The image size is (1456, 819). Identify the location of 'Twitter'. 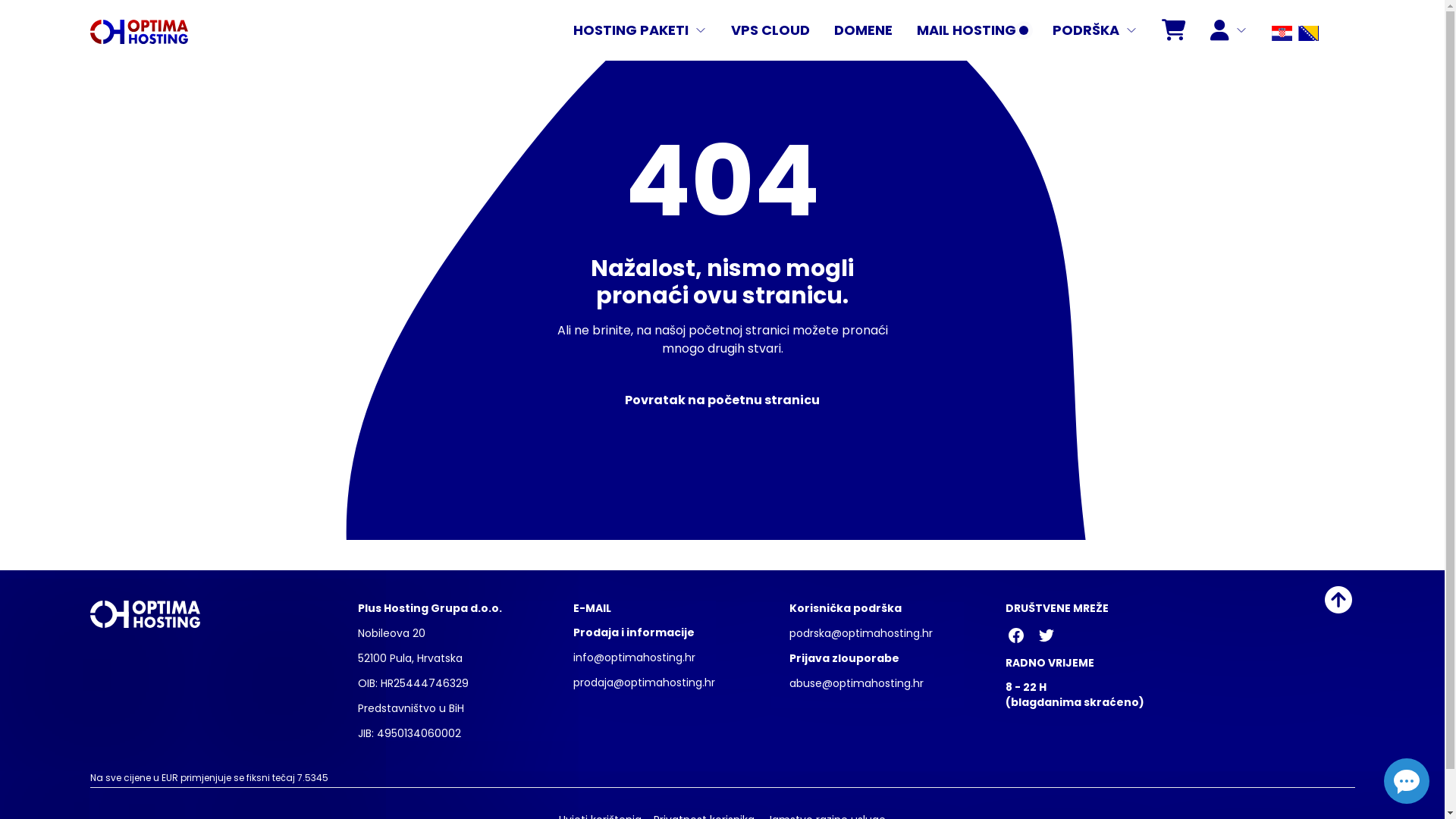
(1035, 635).